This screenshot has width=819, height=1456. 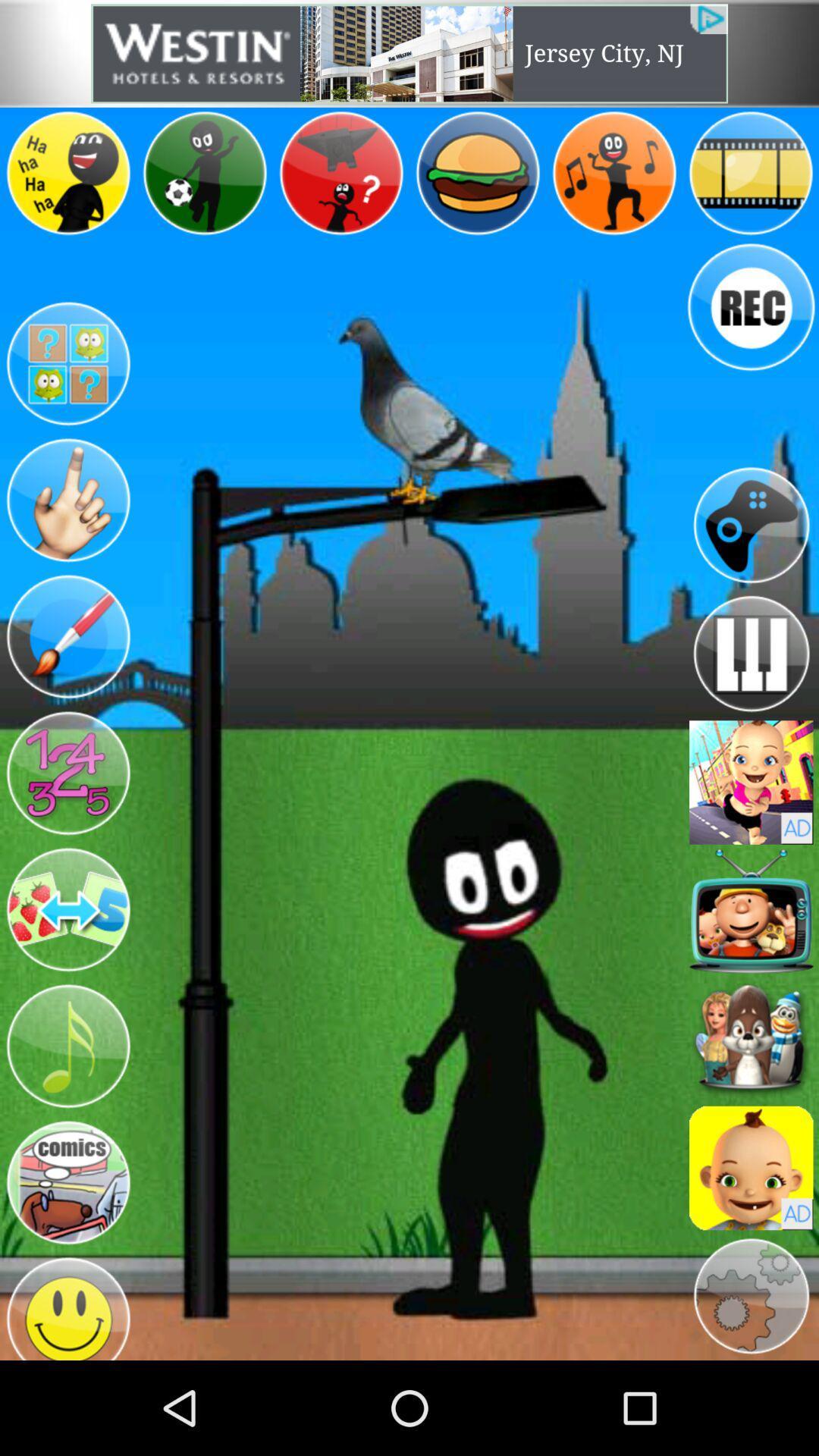 I want to click on gaming buttons, so click(x=67, y=773).